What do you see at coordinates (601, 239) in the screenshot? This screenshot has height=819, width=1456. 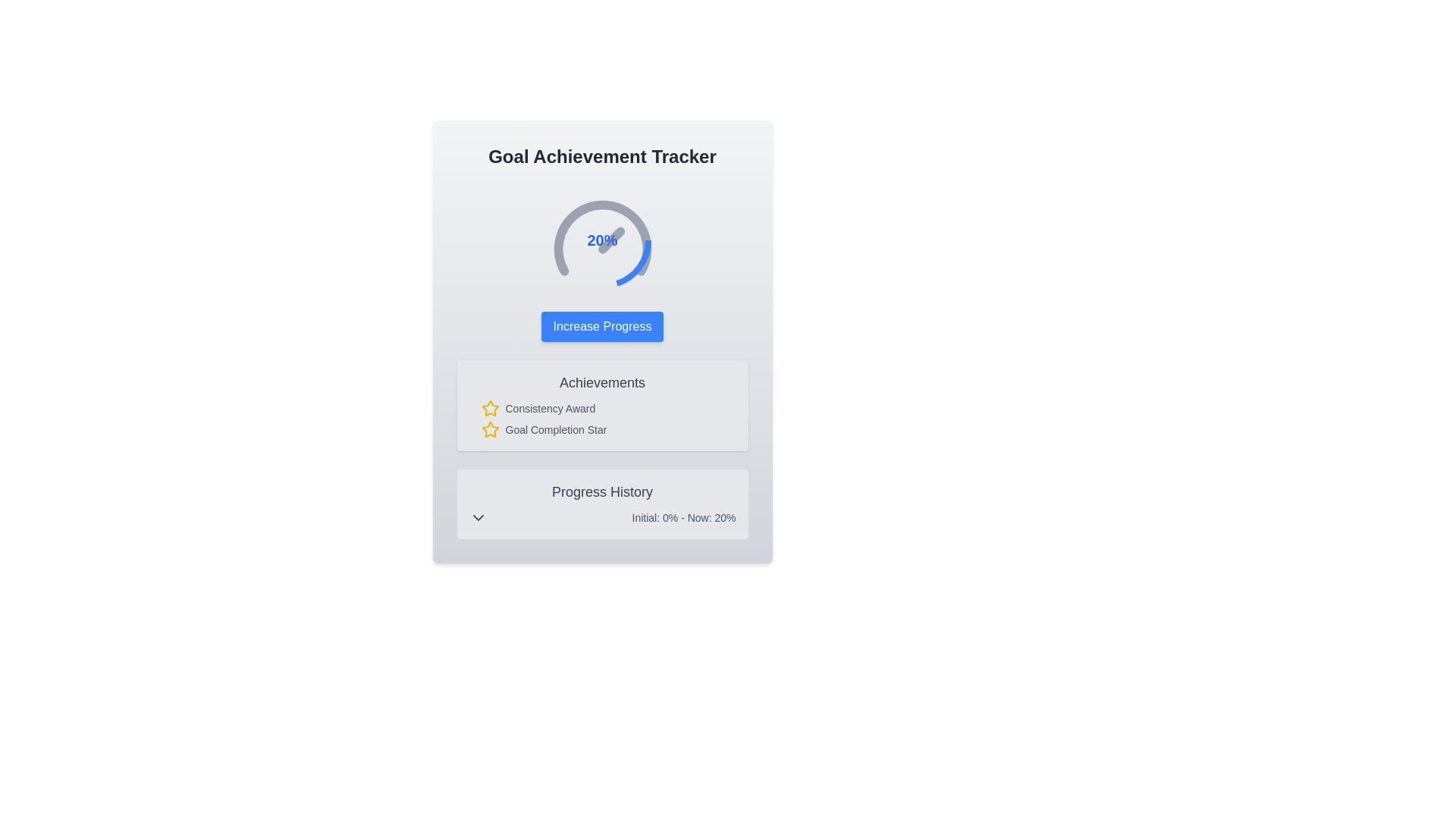 I see `the Circular Progress Indicator element, which displays a gray outer ring with a bright blue progress line indicating 20% completion and the text '20%' in bold blue at its center, located above the 'Increase Progress' button` at bounding box center [601, 239].